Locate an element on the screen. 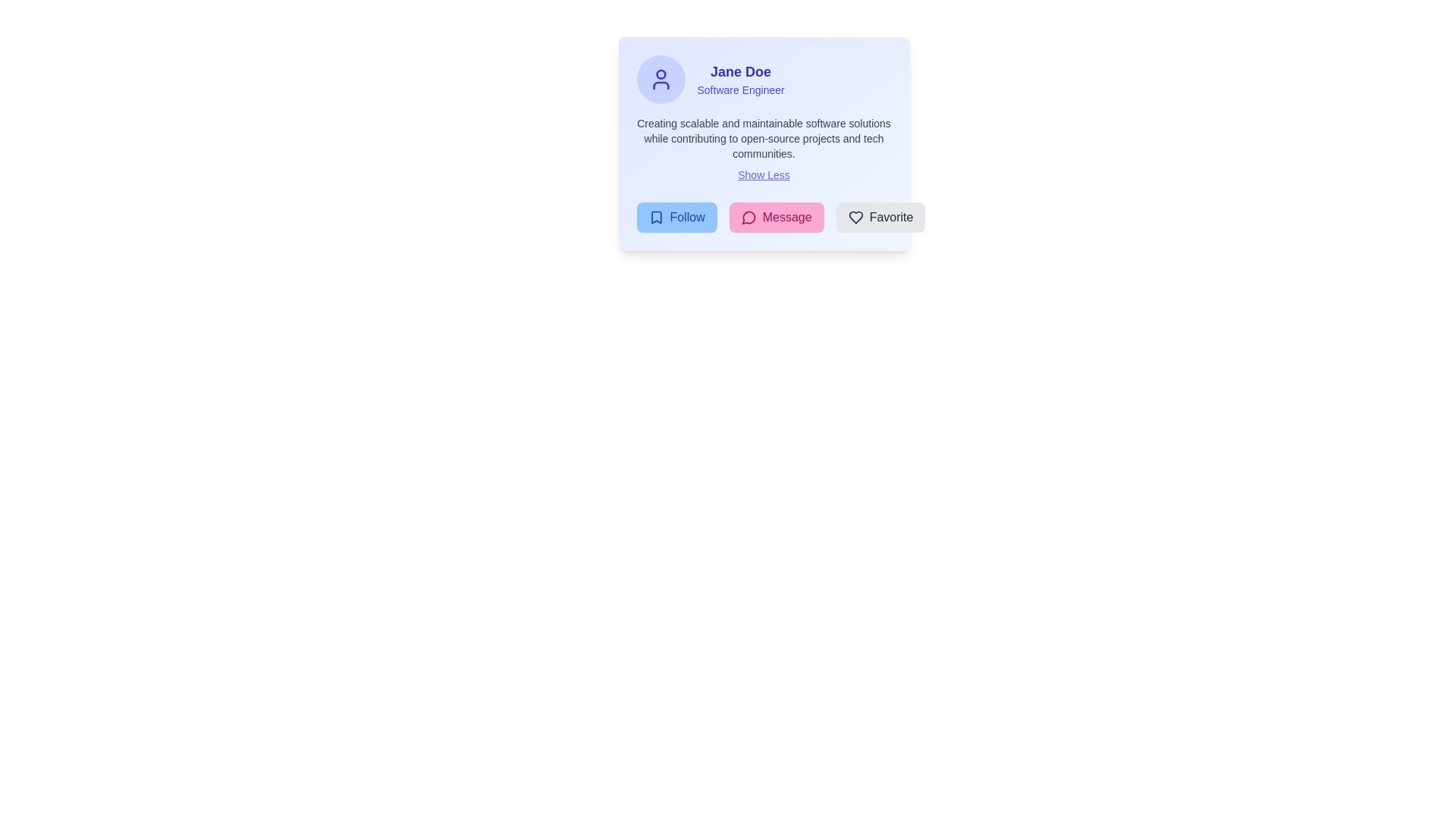 The width and height of the screenshot is (1456, 819). the user profile icon located at the top central region of the profile card to perform actions related to this profile is located at coordinates (661, 85).